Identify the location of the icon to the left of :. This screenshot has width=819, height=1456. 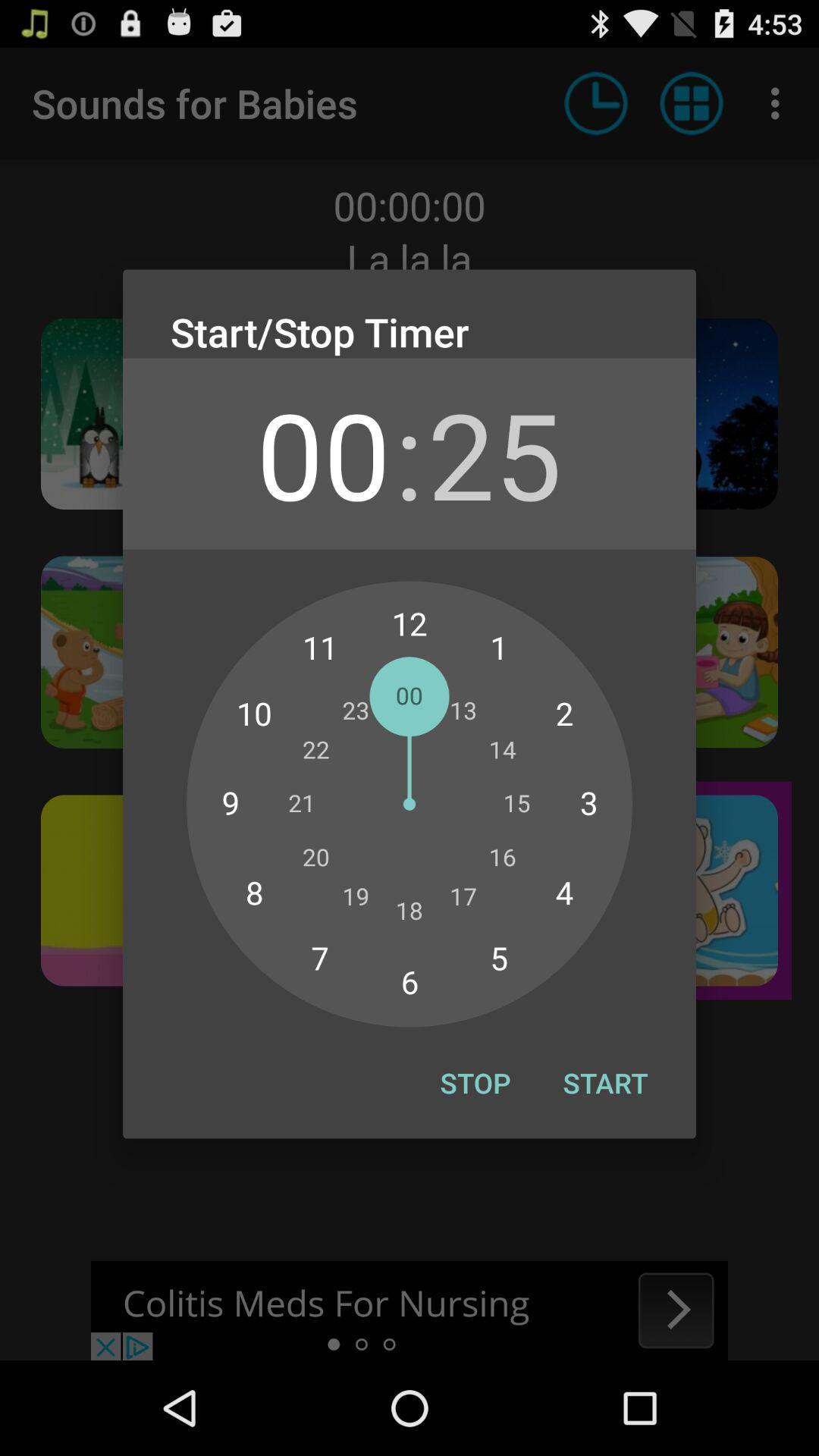
(322, 453).